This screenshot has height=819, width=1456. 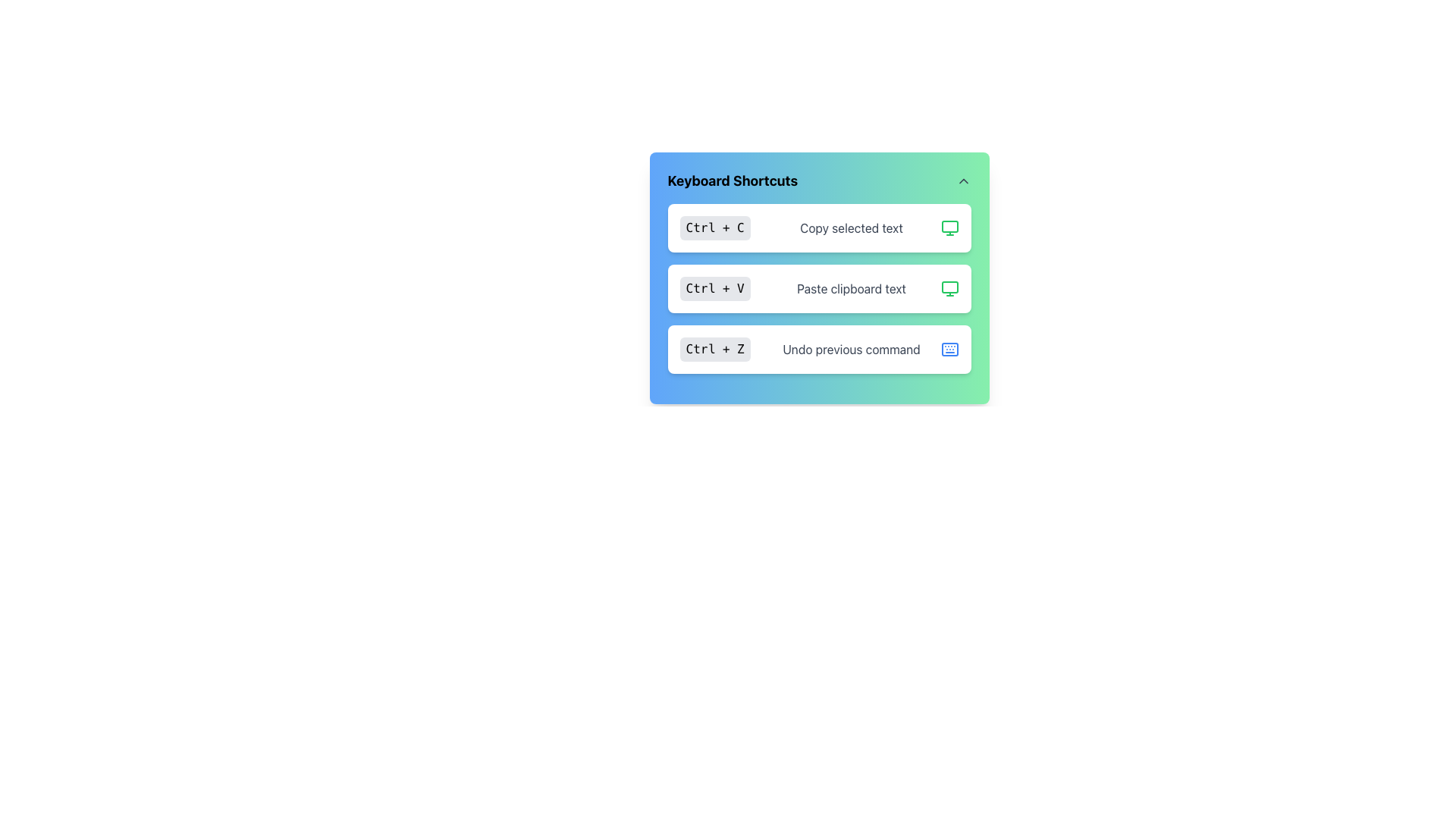 What do you see at coordinates (949, 350) in the screenshot?
I see `the central rectangular background of the SVG icon representing the keyboard shortcut symbol, which is the largest graphical component in the icon` at bounding box center [949, 350].